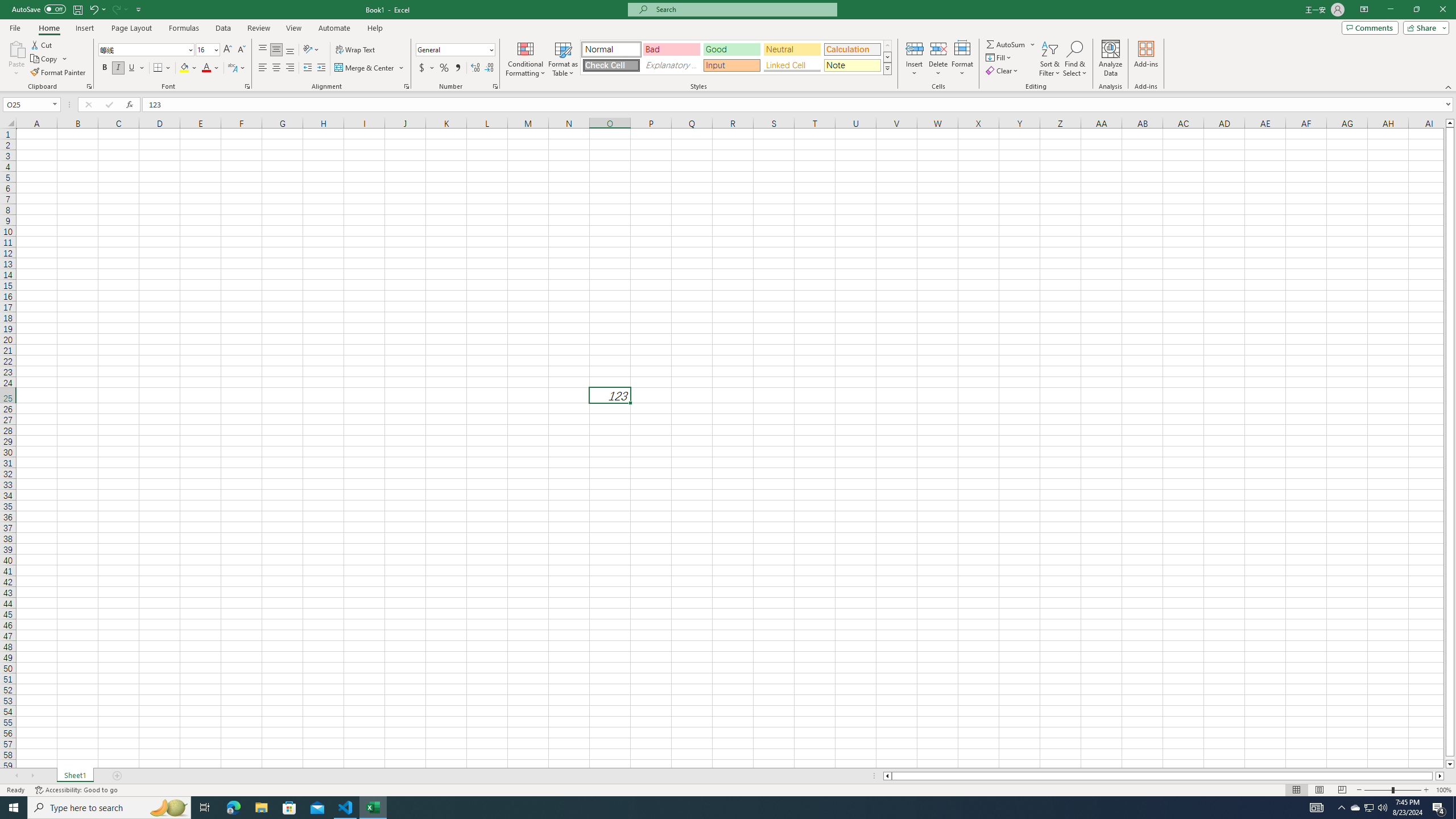  I want to click on 'Show Phonetic Field', so click(231, 67).